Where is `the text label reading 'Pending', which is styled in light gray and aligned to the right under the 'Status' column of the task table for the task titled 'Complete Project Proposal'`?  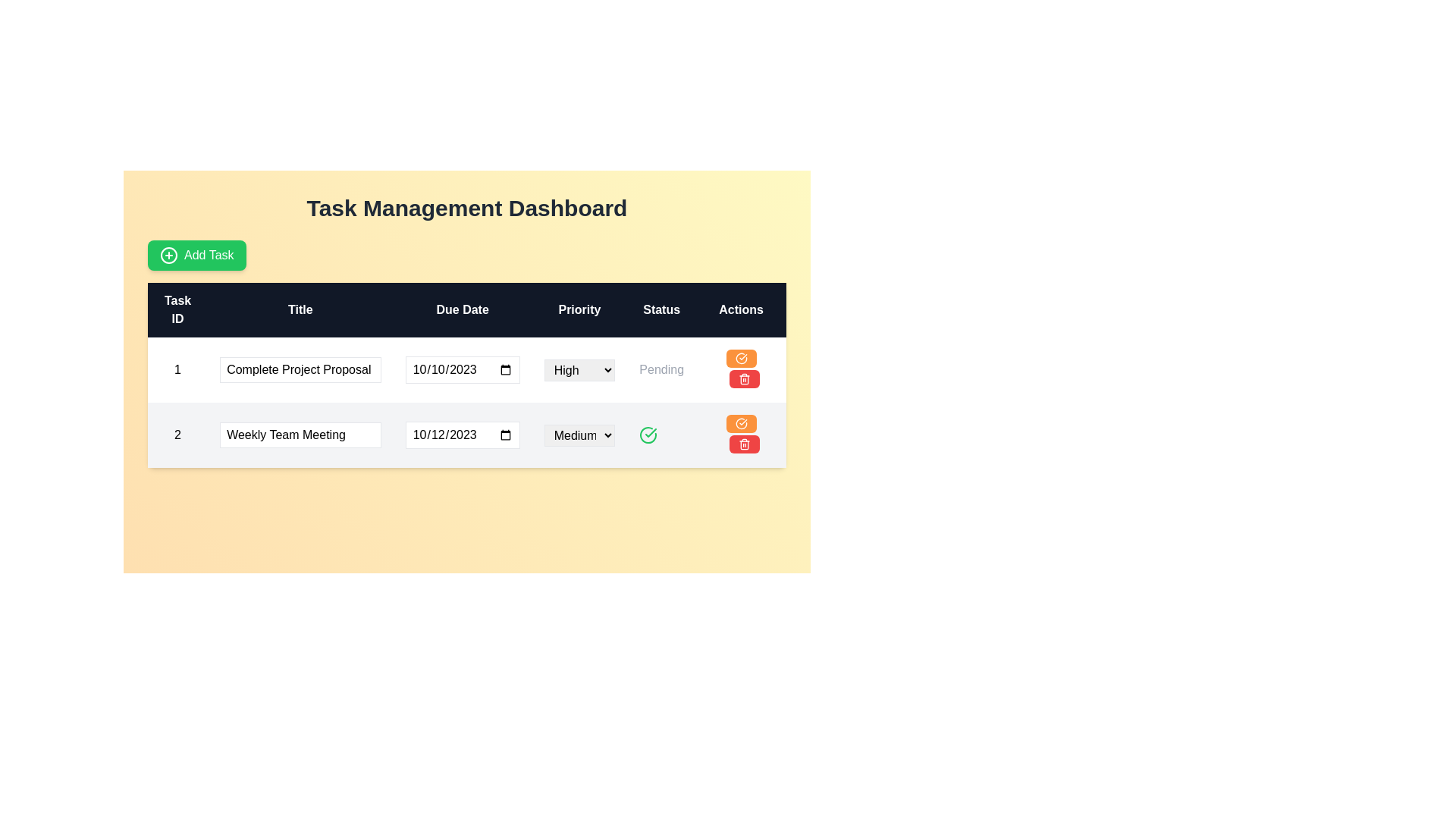 the text label reading 'Pending', which is styled in light gray and aligned to the right under the 'Status' column of the task table for the task titled 'Complete Project Proposal' is located at coordinates (661, 369).